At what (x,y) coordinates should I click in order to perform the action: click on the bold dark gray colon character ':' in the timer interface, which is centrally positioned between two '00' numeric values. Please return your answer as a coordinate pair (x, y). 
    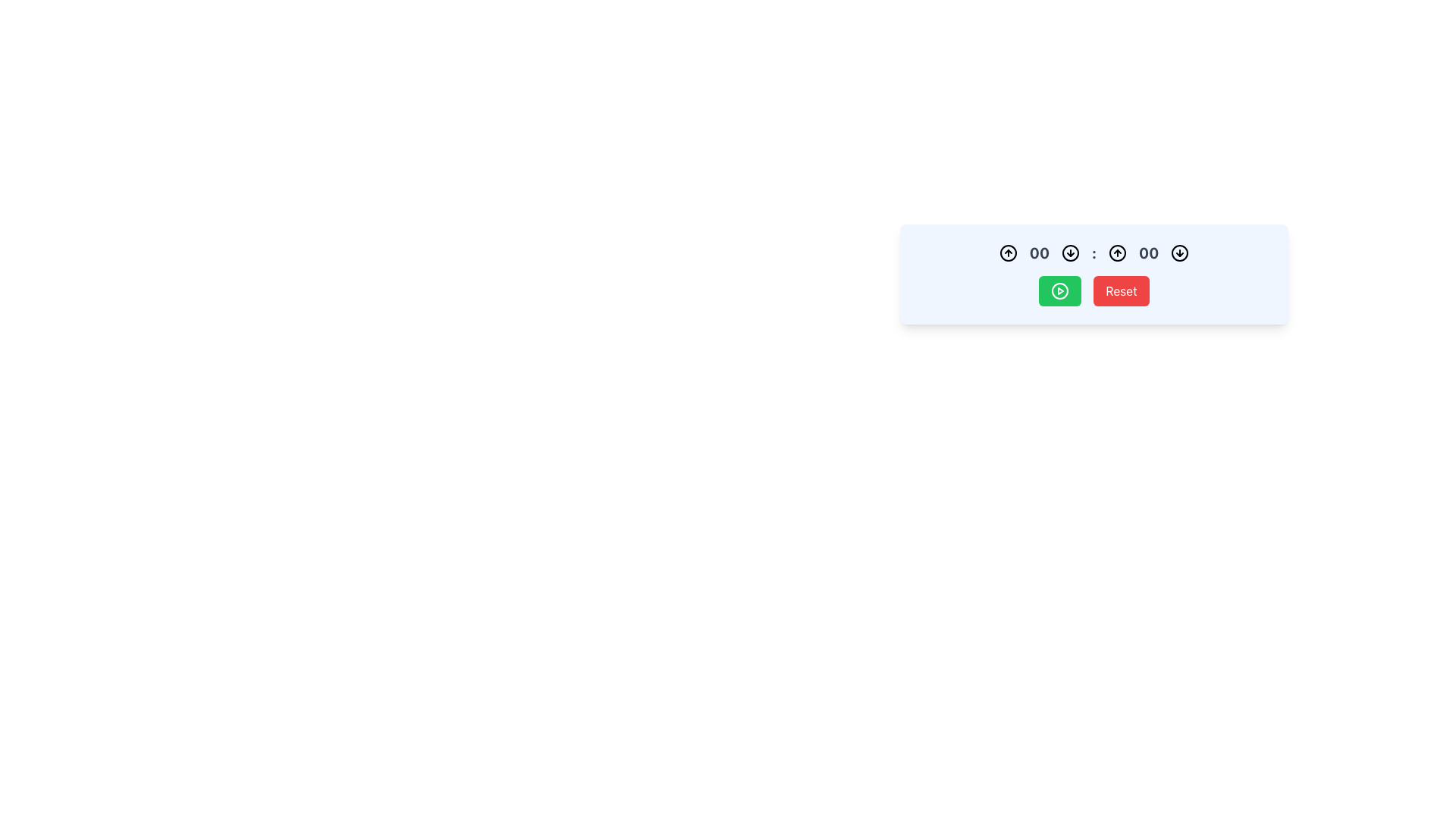
    Looking at the image, I should click on (1094, 253).